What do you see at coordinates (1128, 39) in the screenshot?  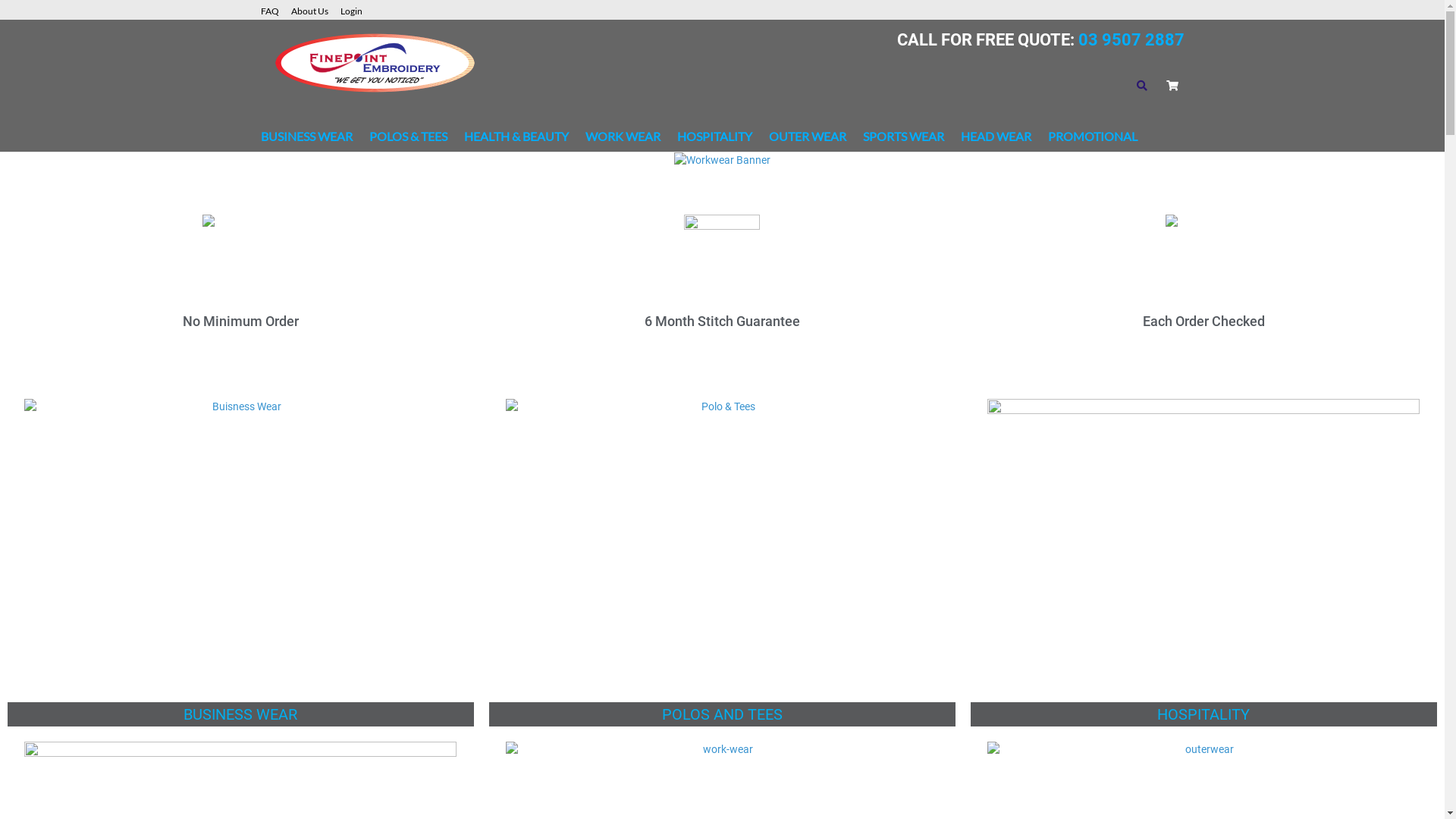 I see `'03 9507 2887'` at bounding box center [1128, 39].